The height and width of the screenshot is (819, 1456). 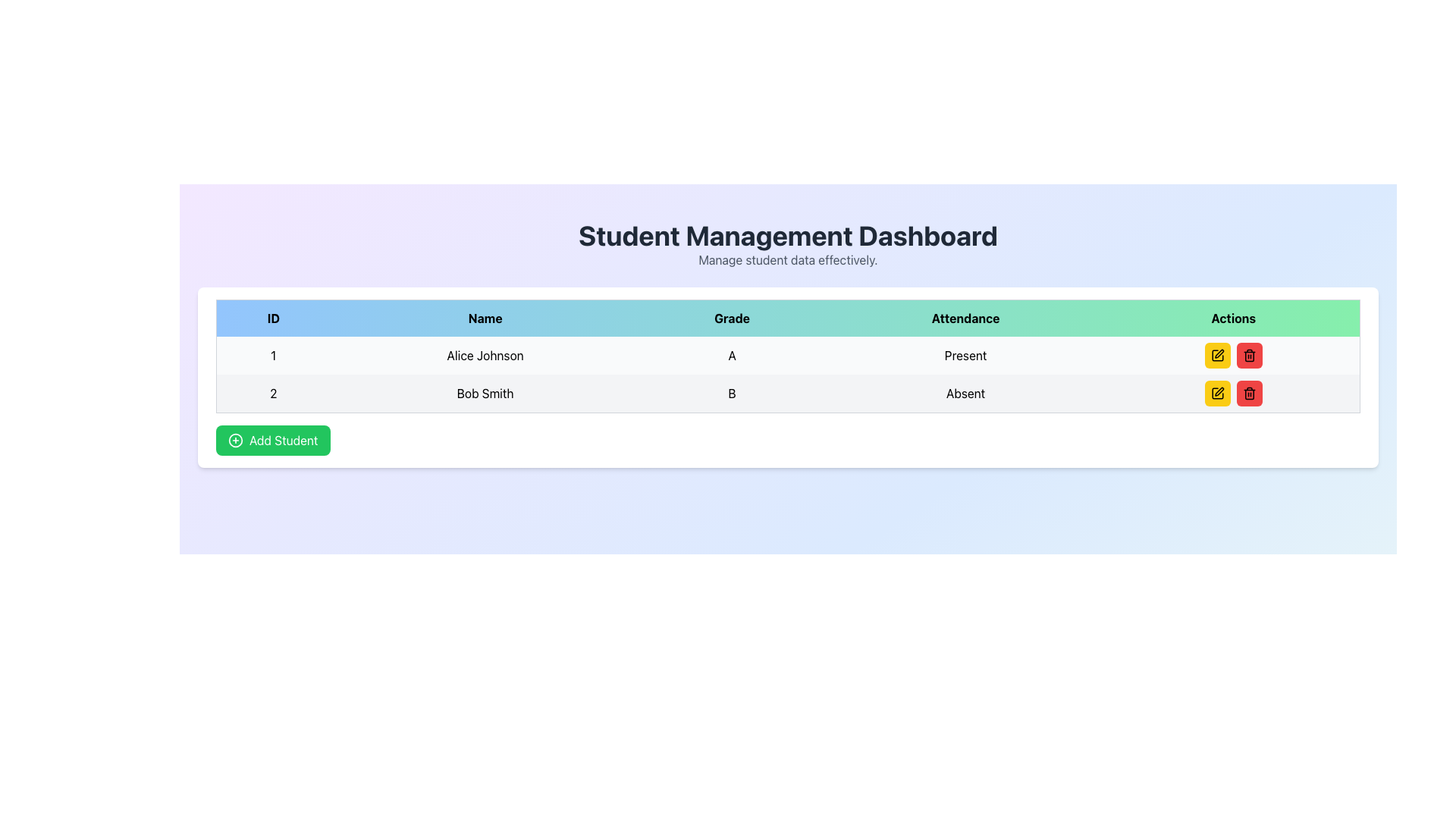 What do you see at coordinates (1249, 356) in the screenshot?
I see `the 'delete' button located in the 'Actions' column of the second row of the table, aligned with the entry for 'Bob Smith'` at bounding box center [1249, 356].